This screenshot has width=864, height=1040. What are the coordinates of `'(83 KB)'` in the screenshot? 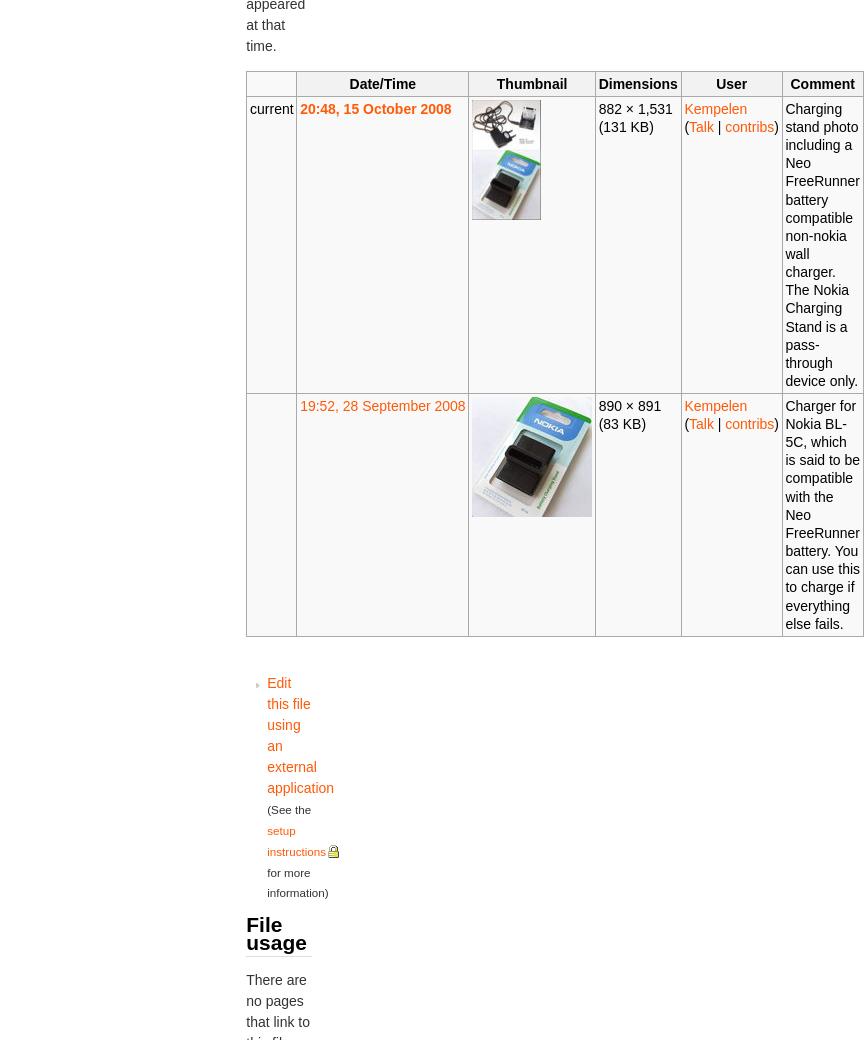 It's located at (620, 422).